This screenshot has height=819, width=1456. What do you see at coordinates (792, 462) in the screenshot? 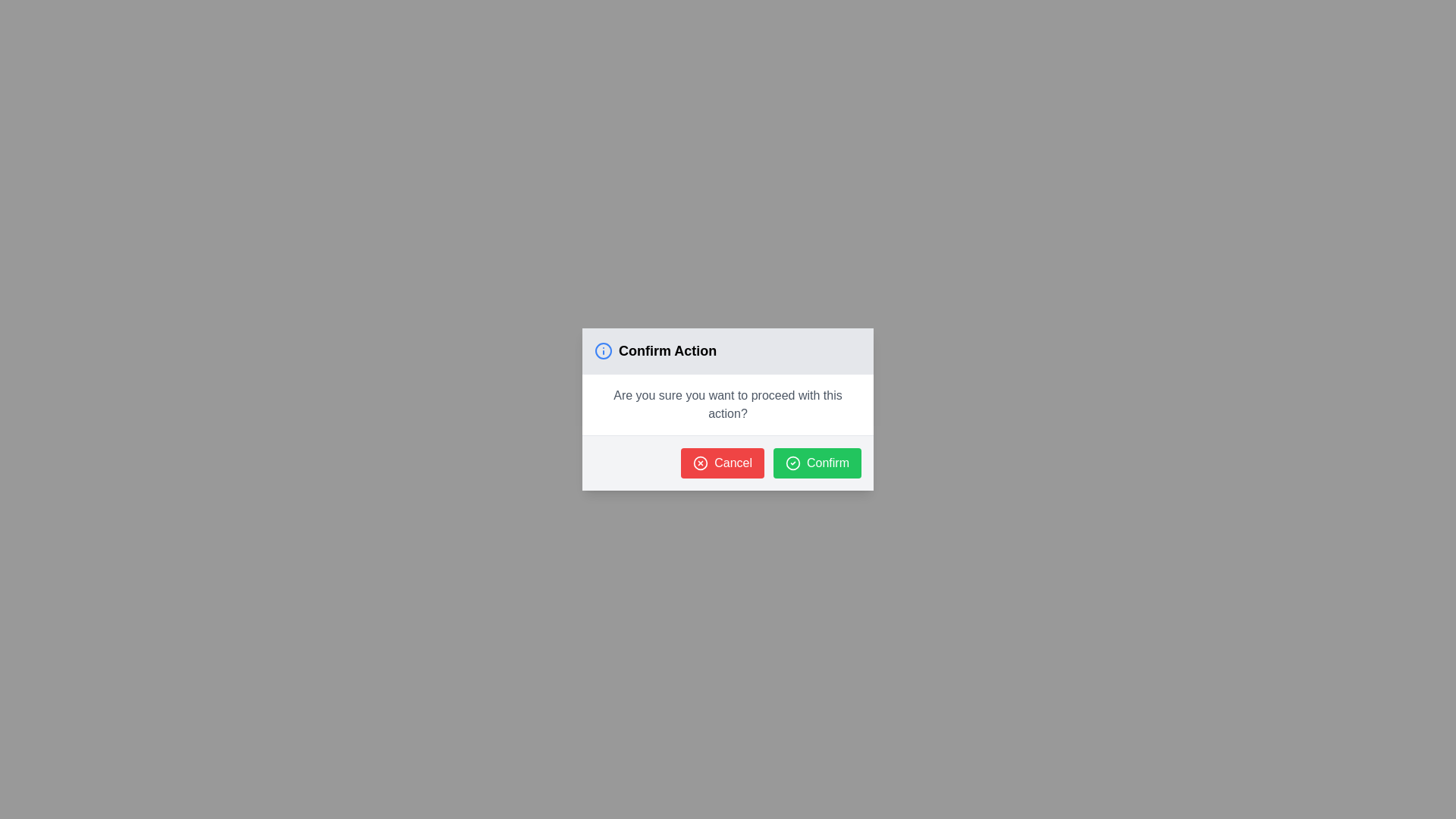
I see `the circular green check mark icon located to the left of the 'Confirm' label text inside the green rectangular button at the bottom right of the dialog box` at bounding box center [792, 462].